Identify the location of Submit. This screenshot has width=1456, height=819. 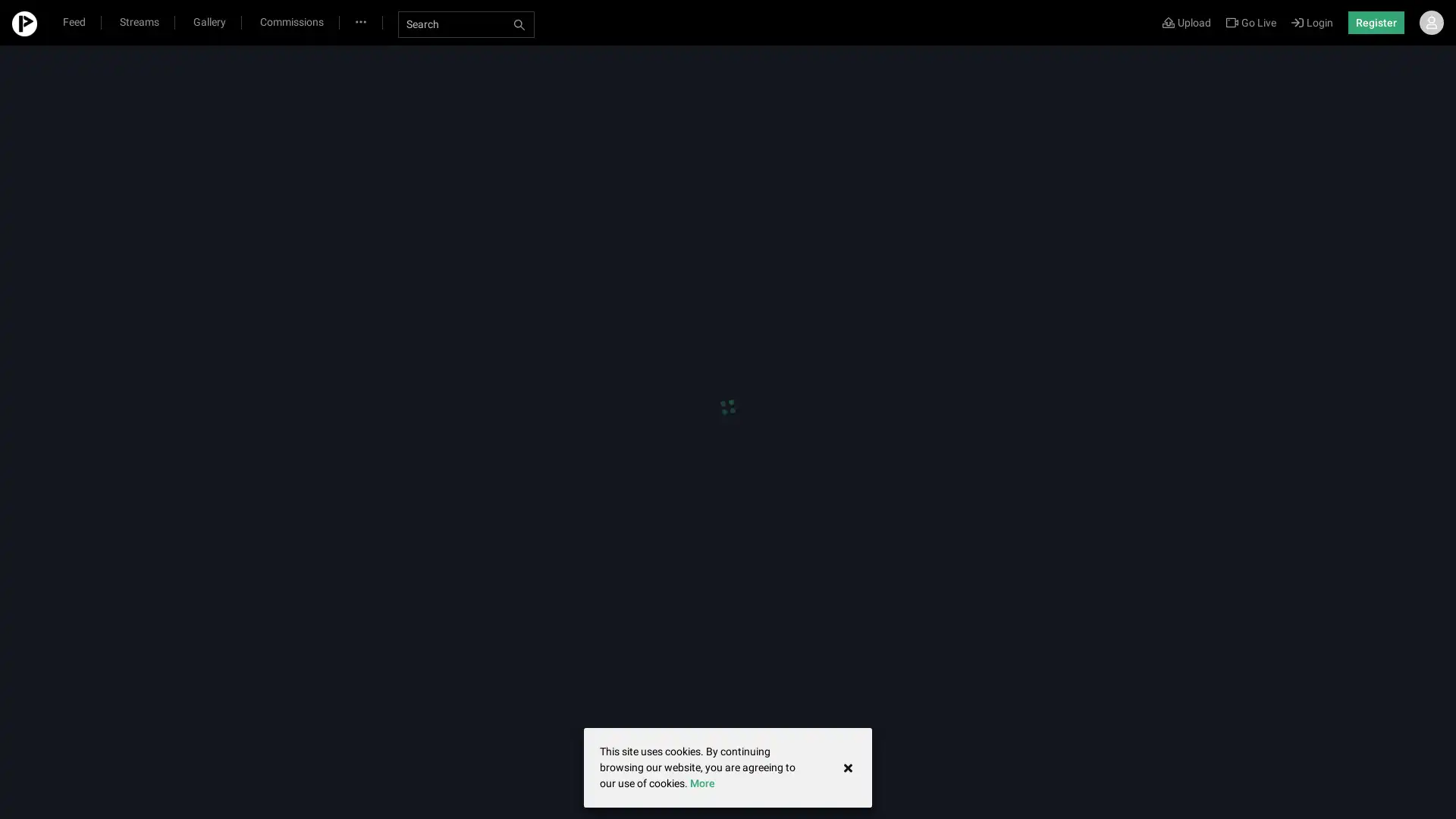
(803, 197).